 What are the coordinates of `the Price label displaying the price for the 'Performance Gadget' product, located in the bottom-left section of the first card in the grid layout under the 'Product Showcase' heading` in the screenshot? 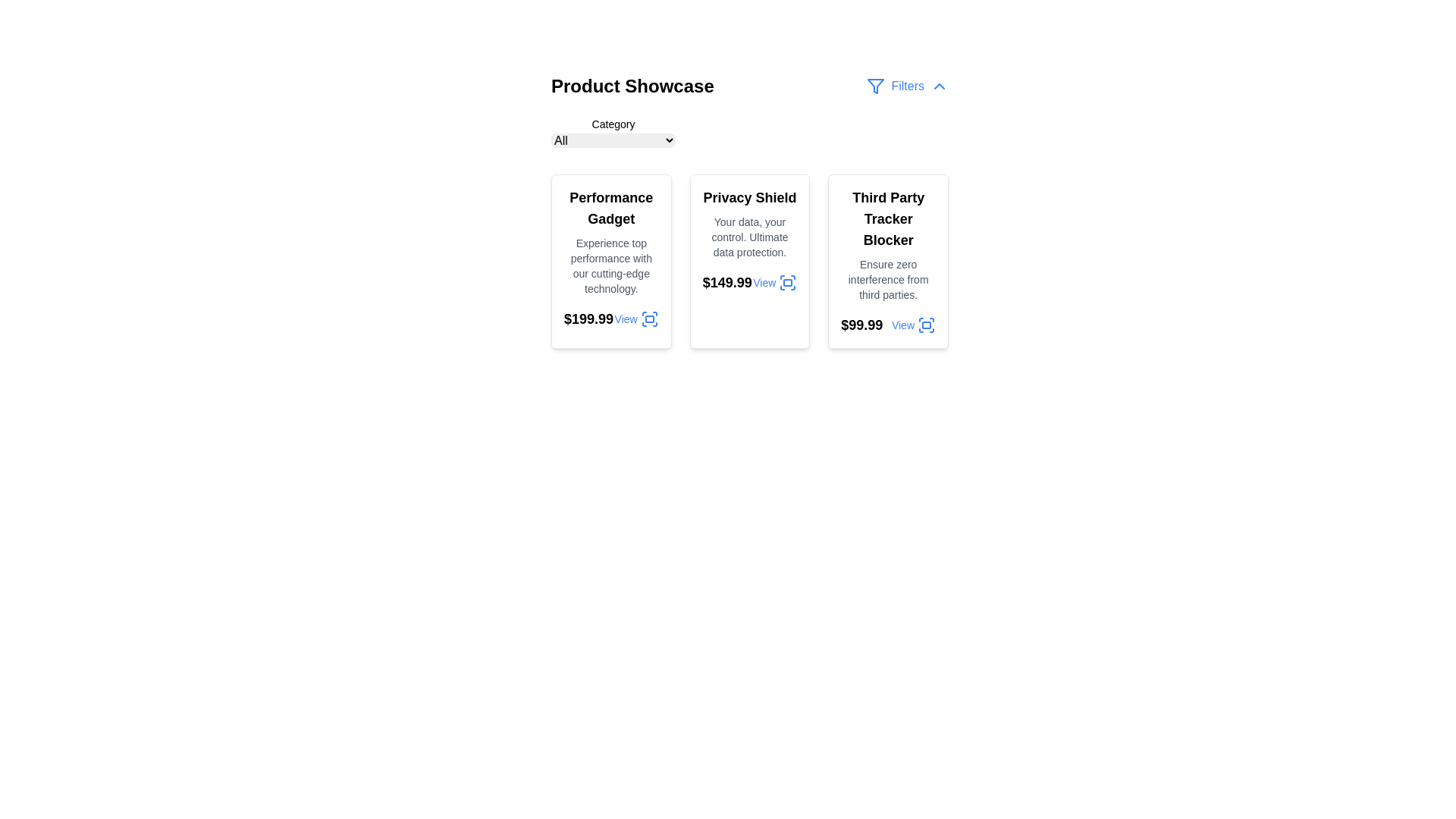 It's located at (588, 318).